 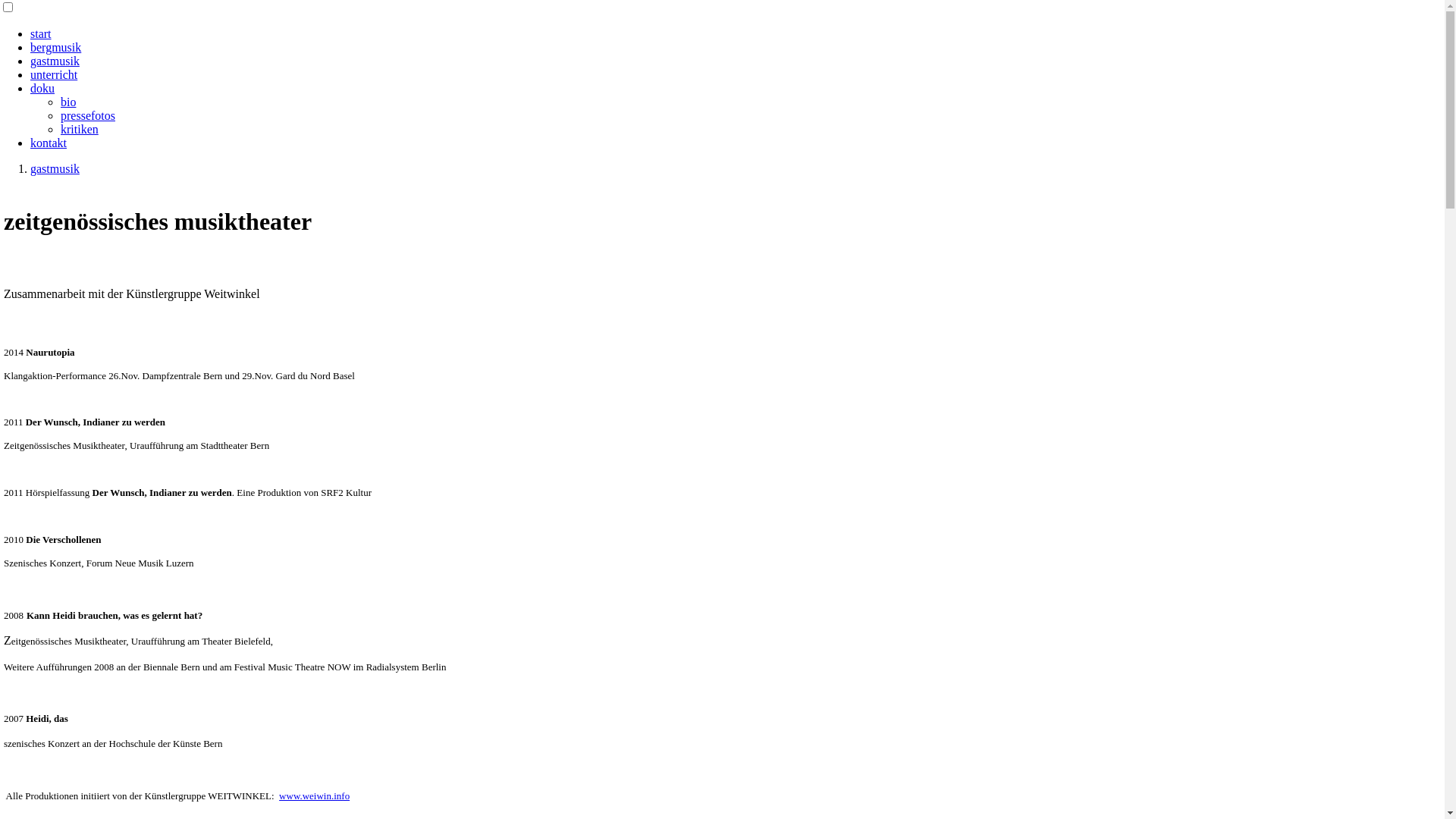 I want to click on 'gastmusik', so click(x=30, y=168).